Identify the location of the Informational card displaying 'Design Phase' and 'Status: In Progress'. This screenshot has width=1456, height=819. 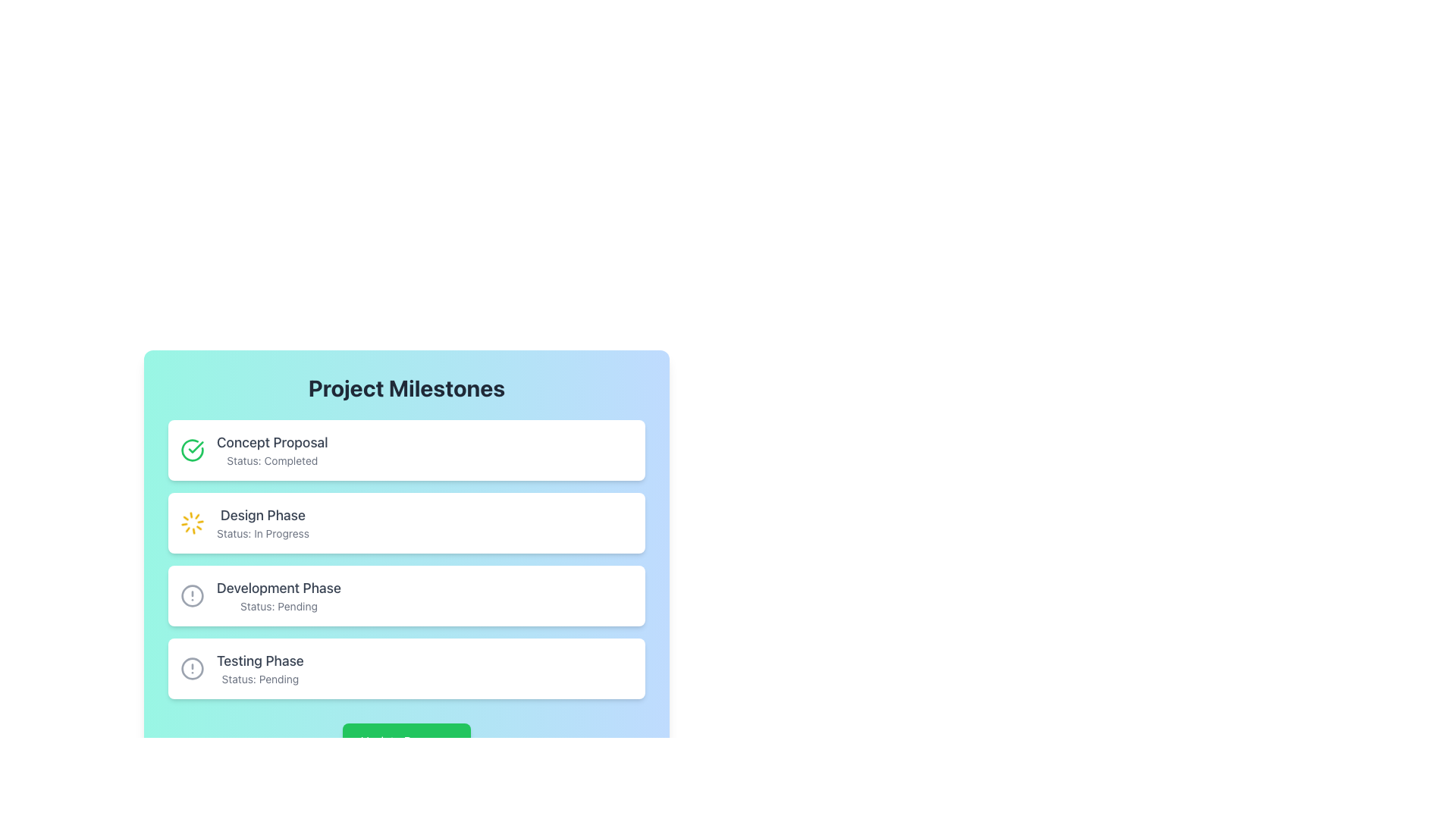
(406, 522).